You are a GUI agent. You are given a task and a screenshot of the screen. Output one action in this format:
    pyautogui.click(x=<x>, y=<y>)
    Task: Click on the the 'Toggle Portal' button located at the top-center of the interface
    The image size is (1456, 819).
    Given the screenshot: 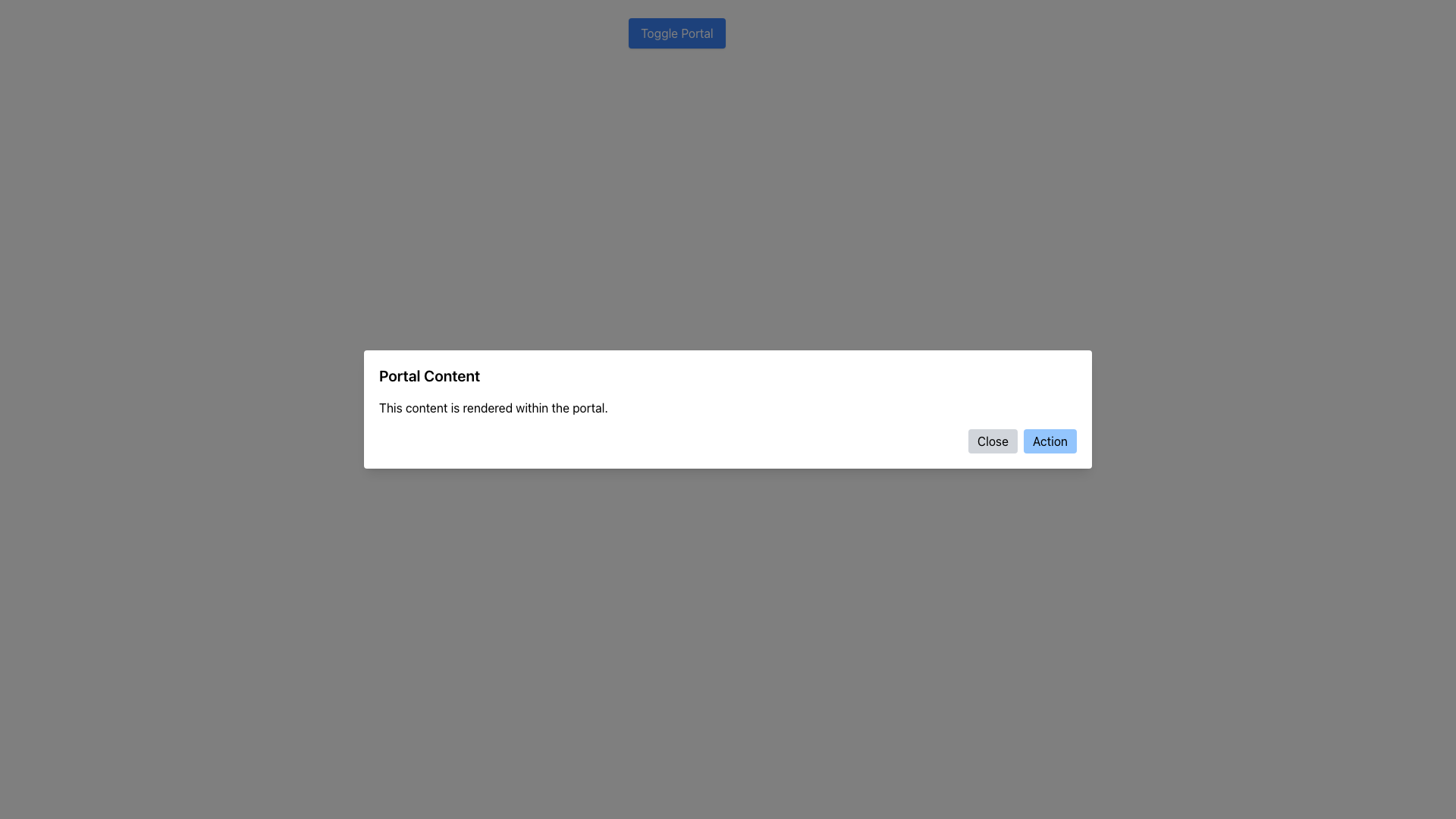 What is the action you would take?
    pyautogui.click(x=676, y=33)
    